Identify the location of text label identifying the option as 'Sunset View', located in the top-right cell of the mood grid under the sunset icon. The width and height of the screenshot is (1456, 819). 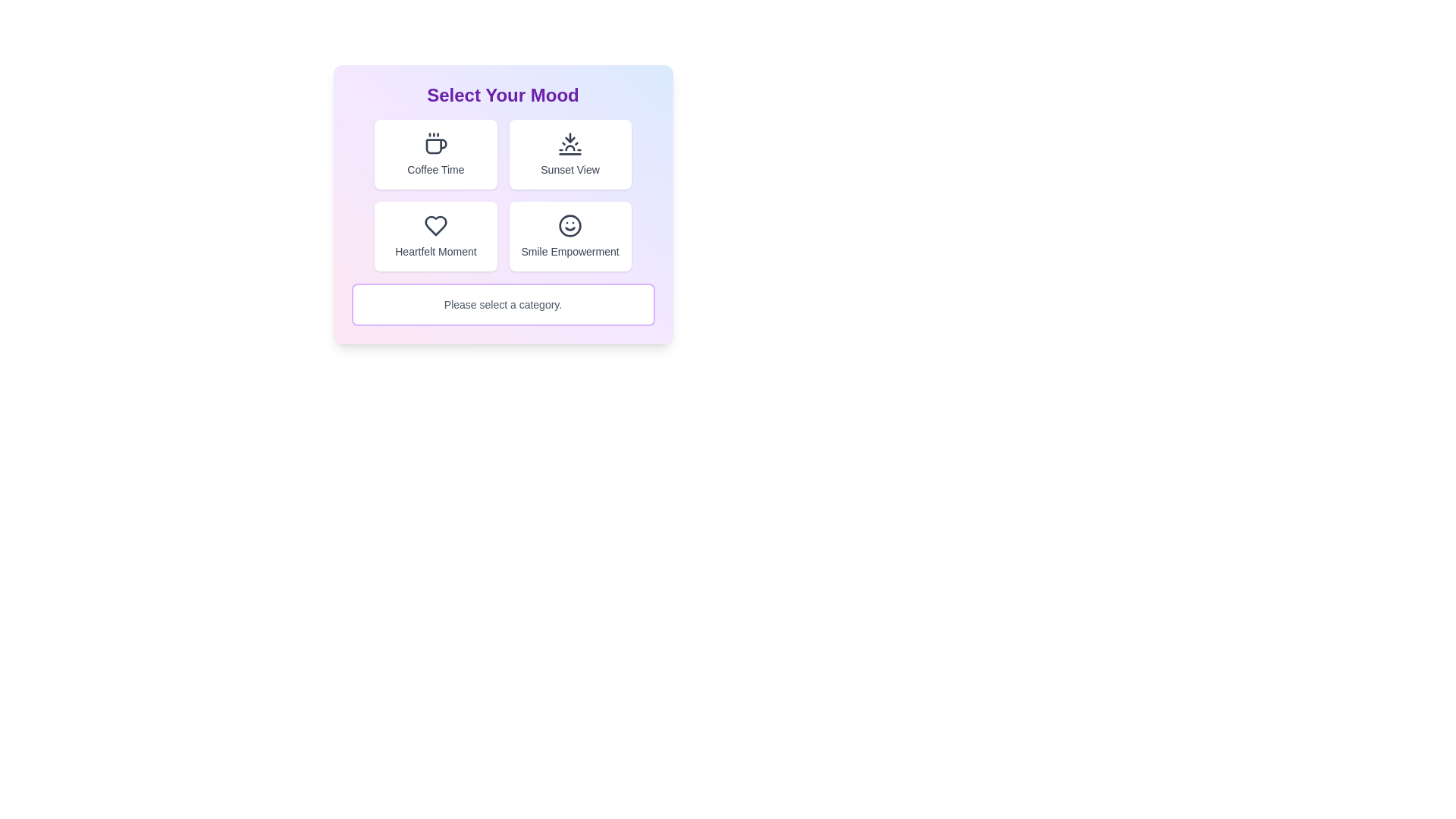
(570, 169).